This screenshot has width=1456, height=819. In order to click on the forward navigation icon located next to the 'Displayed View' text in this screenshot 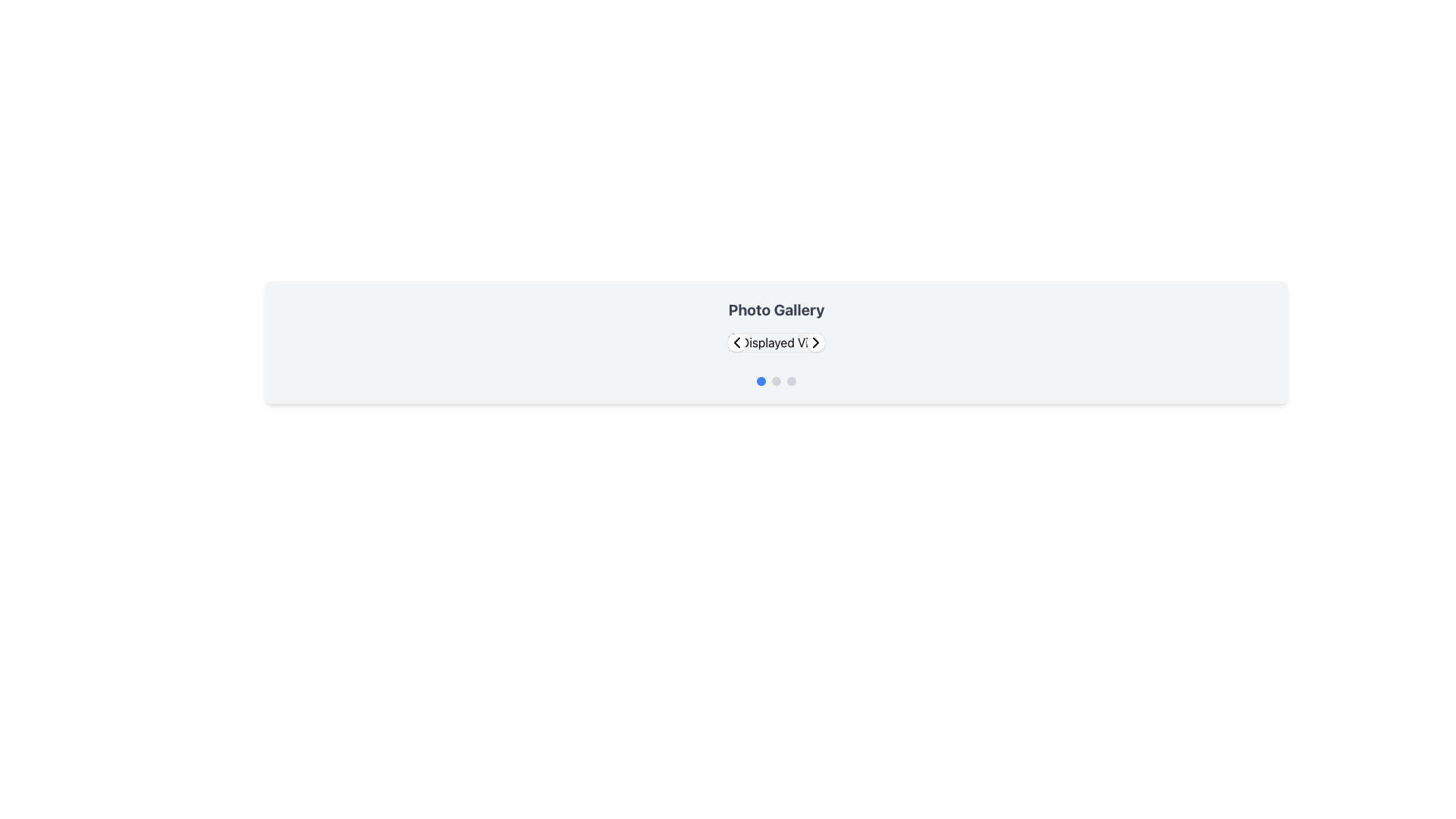, I will do `click(814, 342)`.